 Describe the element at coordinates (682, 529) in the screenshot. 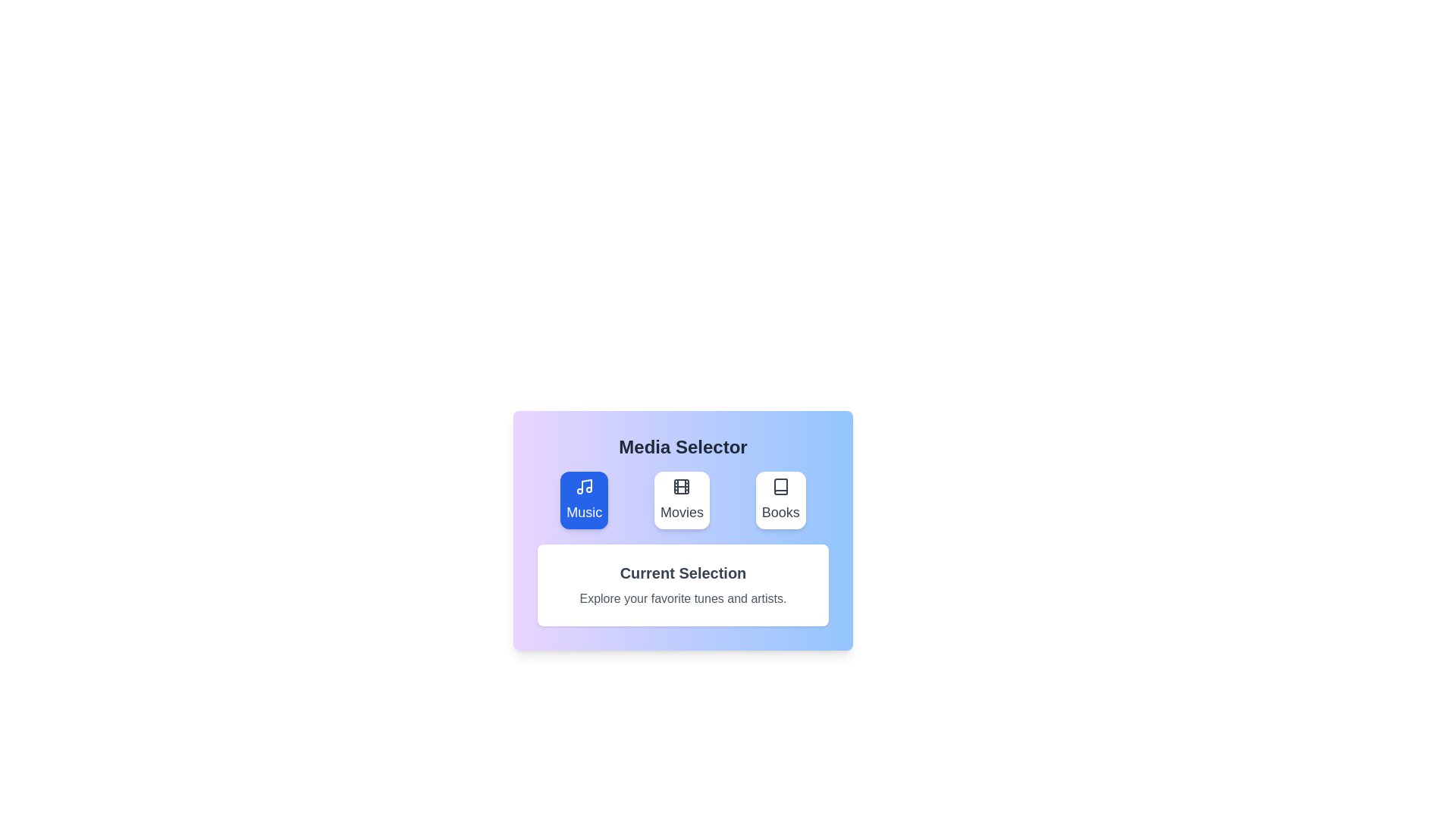

I see `the buttons in the Media Selector panel` at that location.